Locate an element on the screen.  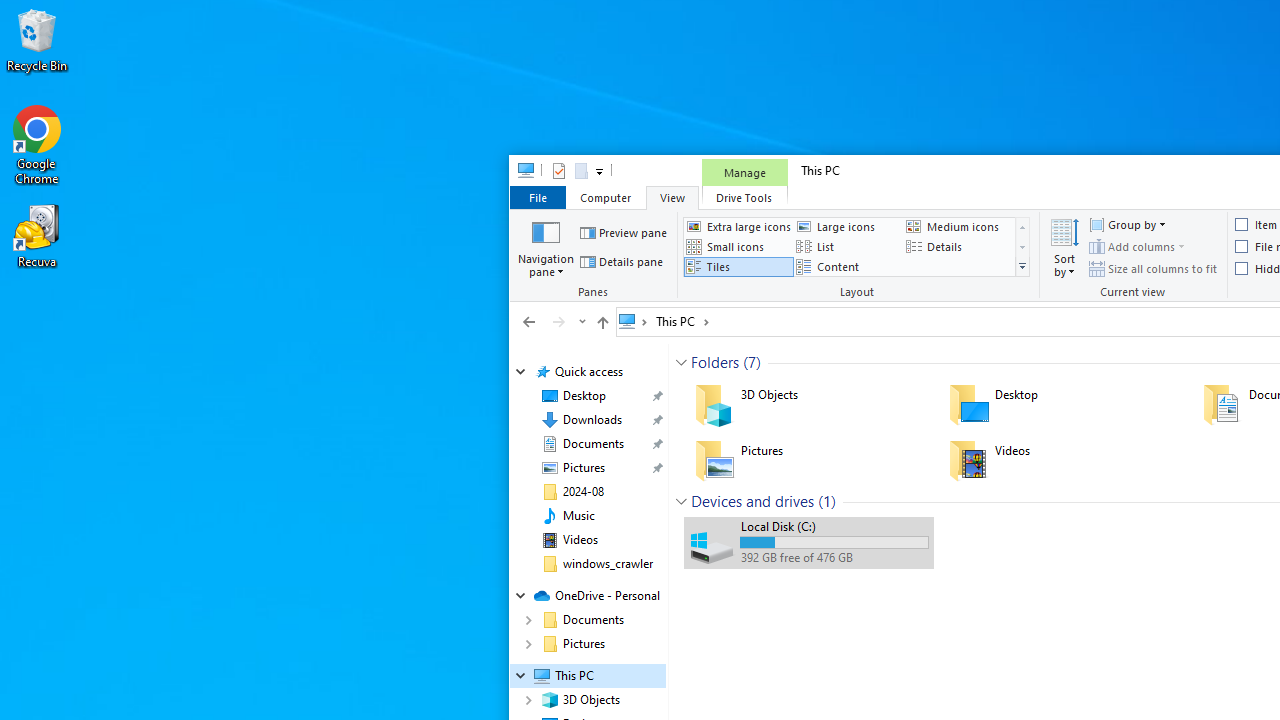
'Pictures (pinned)' is located at coordinates (582, 468).